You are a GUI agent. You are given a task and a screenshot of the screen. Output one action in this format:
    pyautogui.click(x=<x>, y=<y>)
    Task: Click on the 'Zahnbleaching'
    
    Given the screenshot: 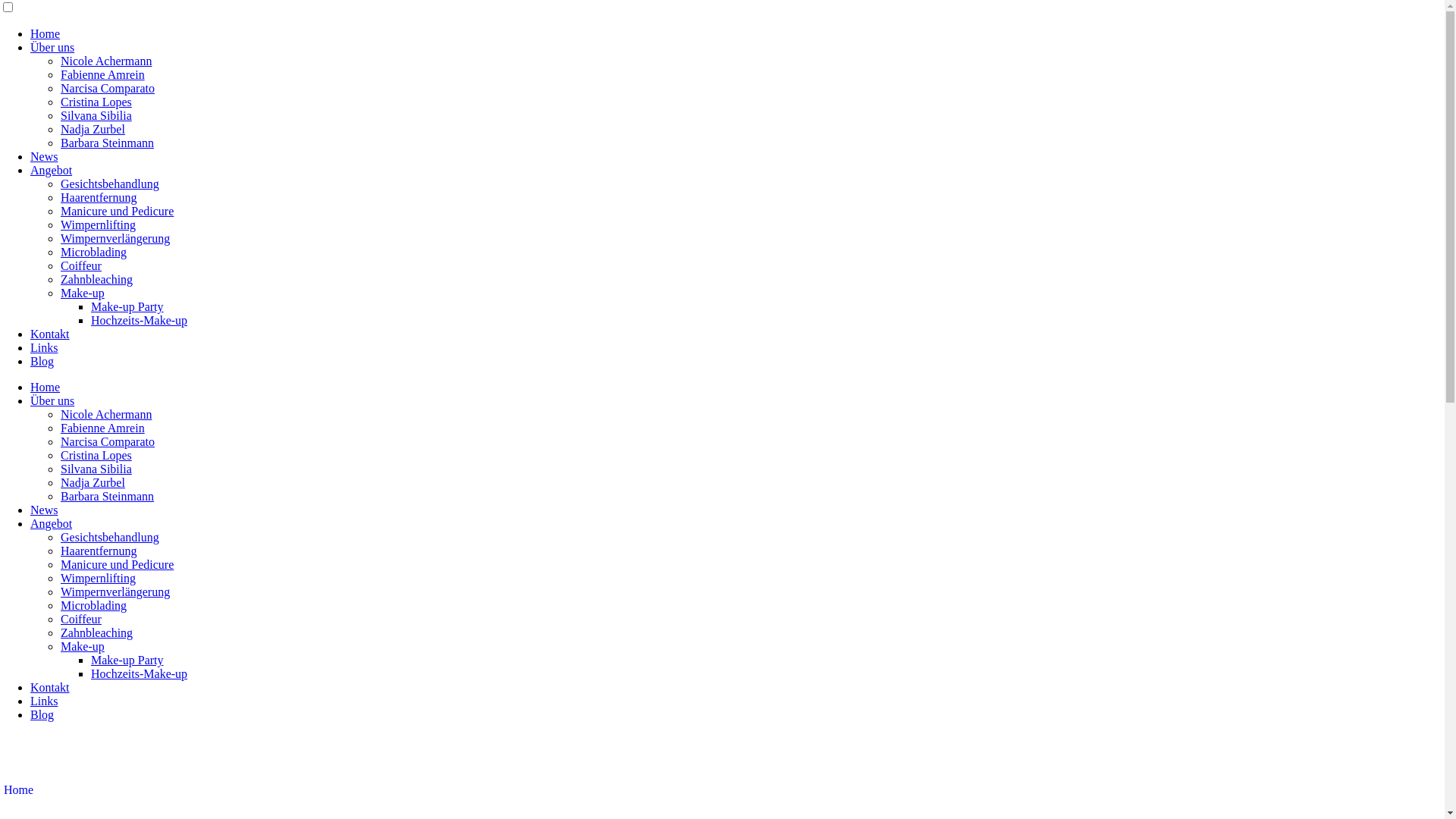 What is the action you would take?
    pyautogui.click(x=96, y=632)
    